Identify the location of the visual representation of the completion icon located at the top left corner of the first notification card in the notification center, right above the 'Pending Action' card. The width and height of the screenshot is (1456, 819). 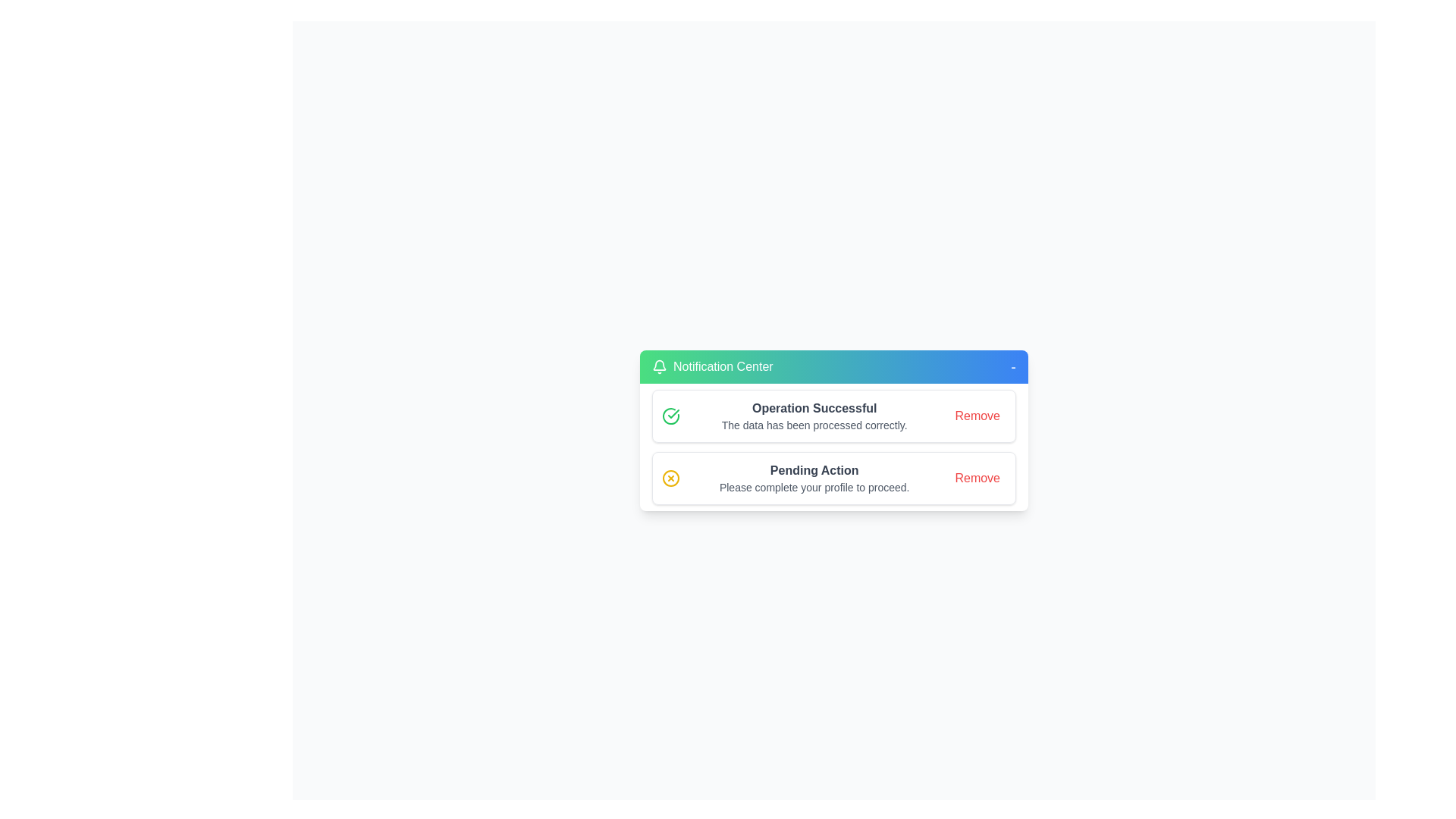
(670, 416).